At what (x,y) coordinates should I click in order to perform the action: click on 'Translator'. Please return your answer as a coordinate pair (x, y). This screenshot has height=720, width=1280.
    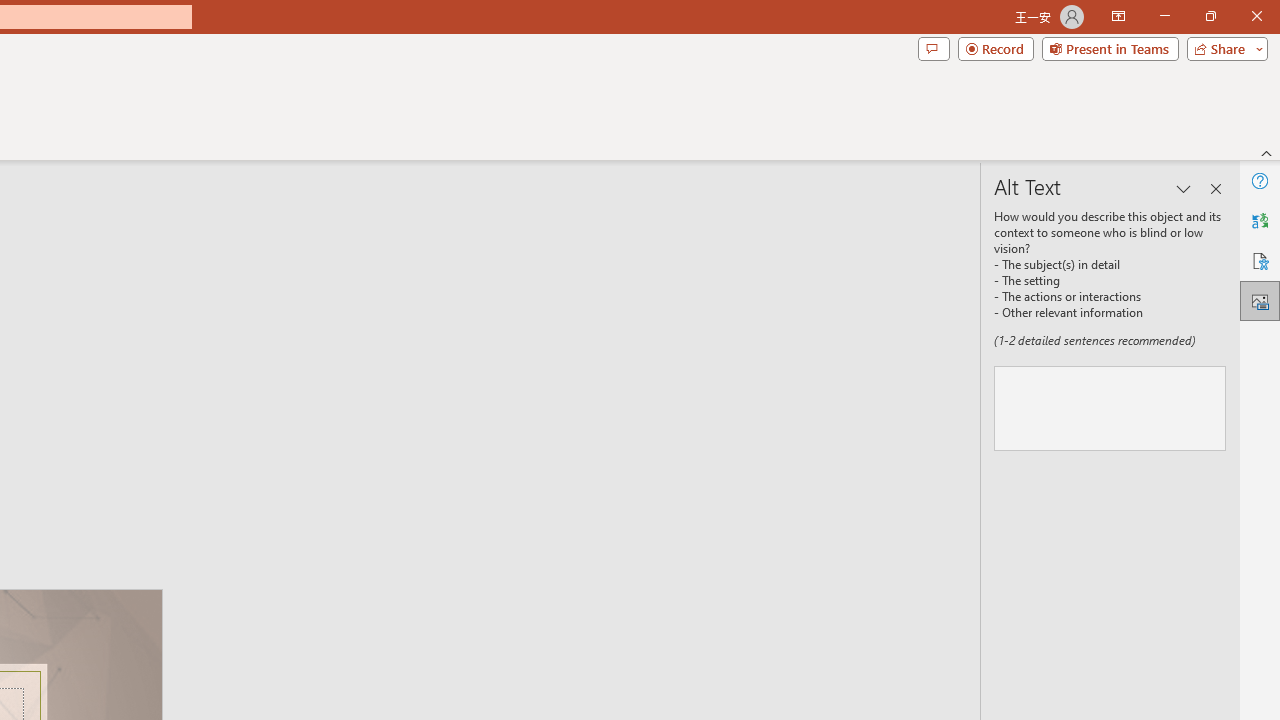
    Looking at the image, I should click on (1259, 221).